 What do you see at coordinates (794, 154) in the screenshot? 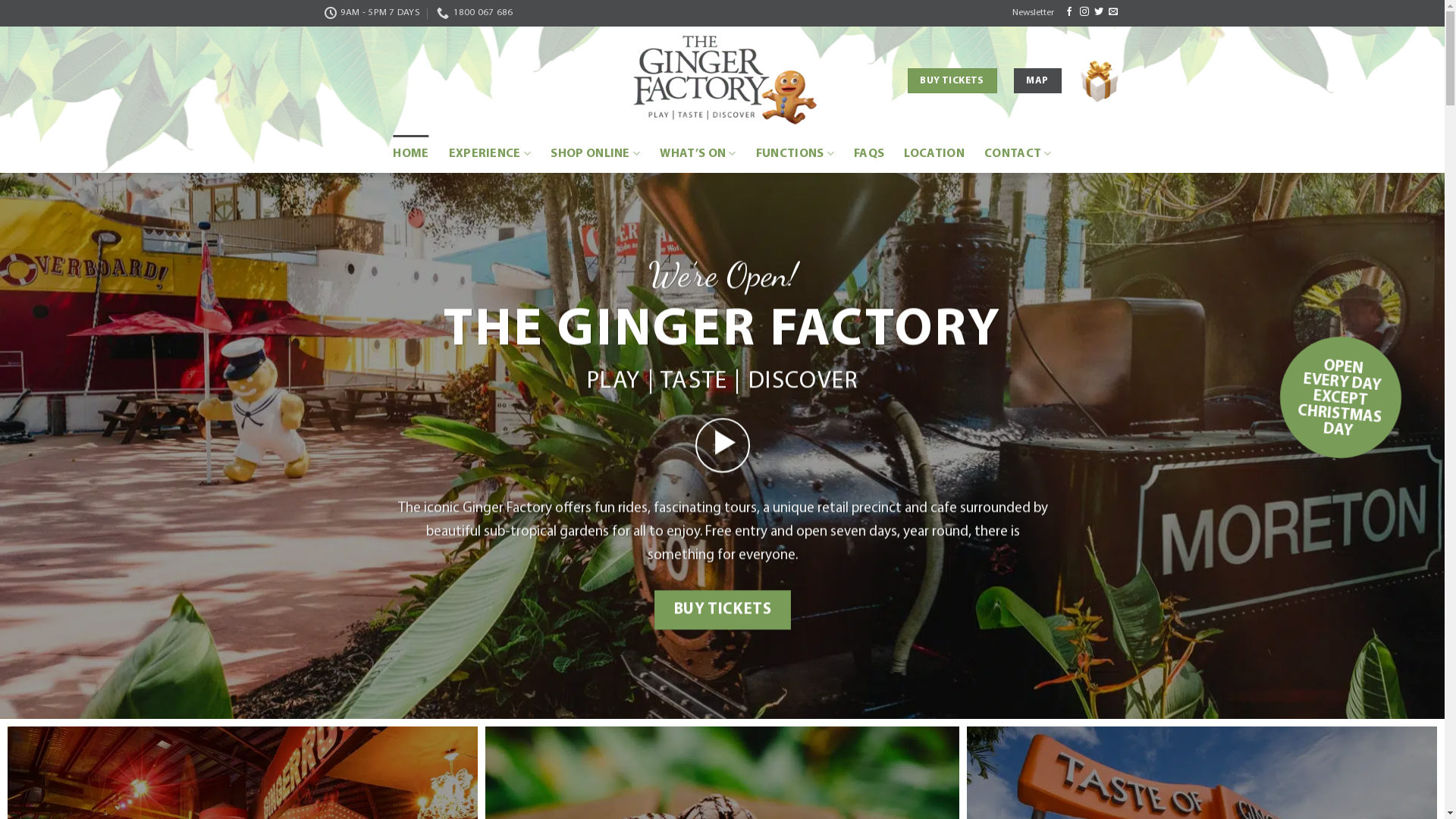
I see `'FUNCTIONS'` at bounding box center [794, 154].